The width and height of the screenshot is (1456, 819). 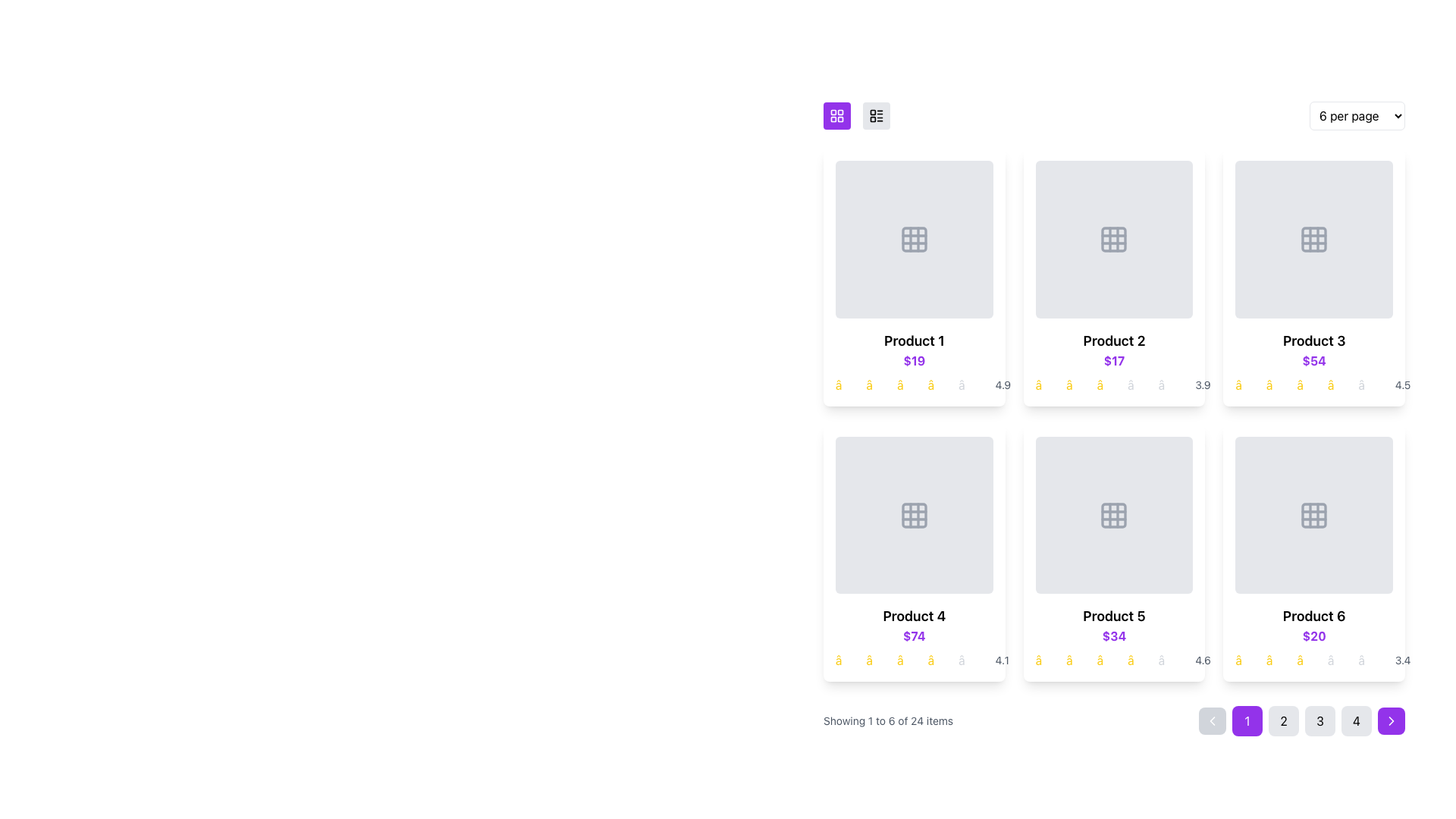 What do you see at coordinates (1313, 384) in the screenshot?
I see `the associated product information by interacting with the Rating Display for Product 3, which is located beneath the price '$54' in the product grid layout` at bounding box center [1313, 384].